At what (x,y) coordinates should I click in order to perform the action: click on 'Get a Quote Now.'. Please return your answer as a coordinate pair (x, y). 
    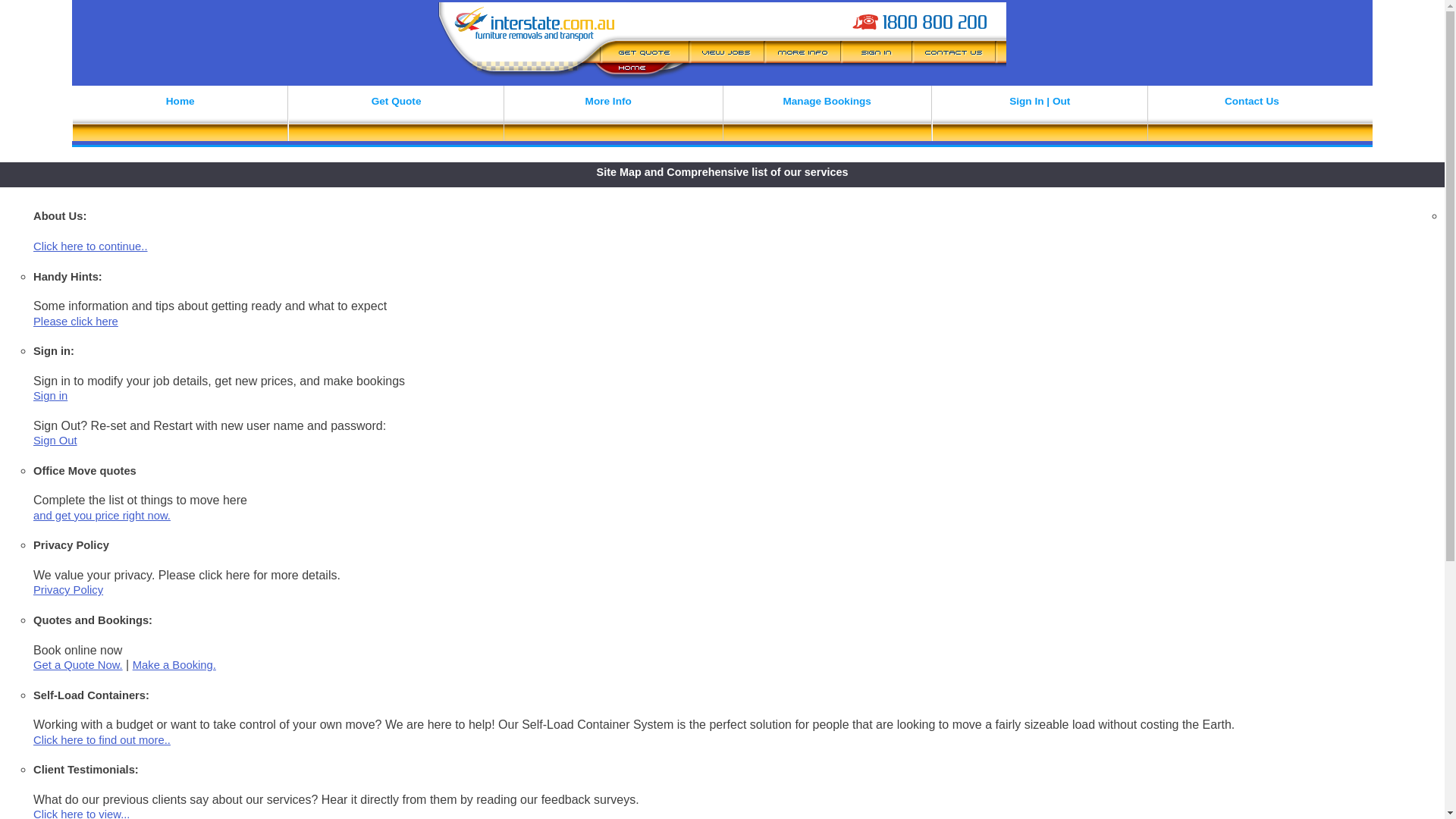
    Looking at the image, I should click on (77, 664).